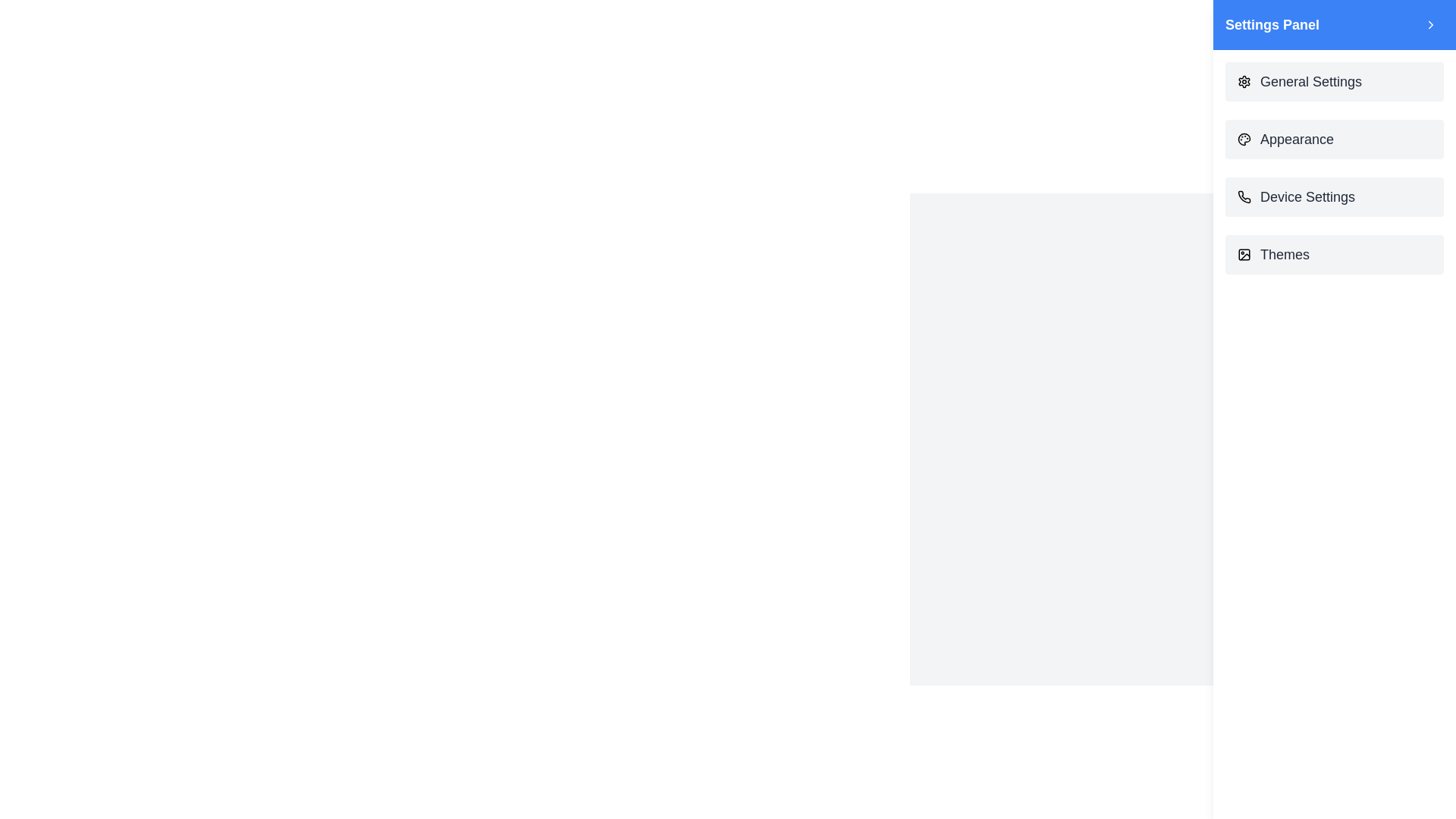 Image resolution: width=1456 pixels, height=819 pixels. What do you see at coordinates (1272, 25) in the screenshot?
I see `the 'Settings Panel' text label located on the left-most side of the navigation bar to trigger tooltip or highlighting effects` at bounding box center [1272, 25].